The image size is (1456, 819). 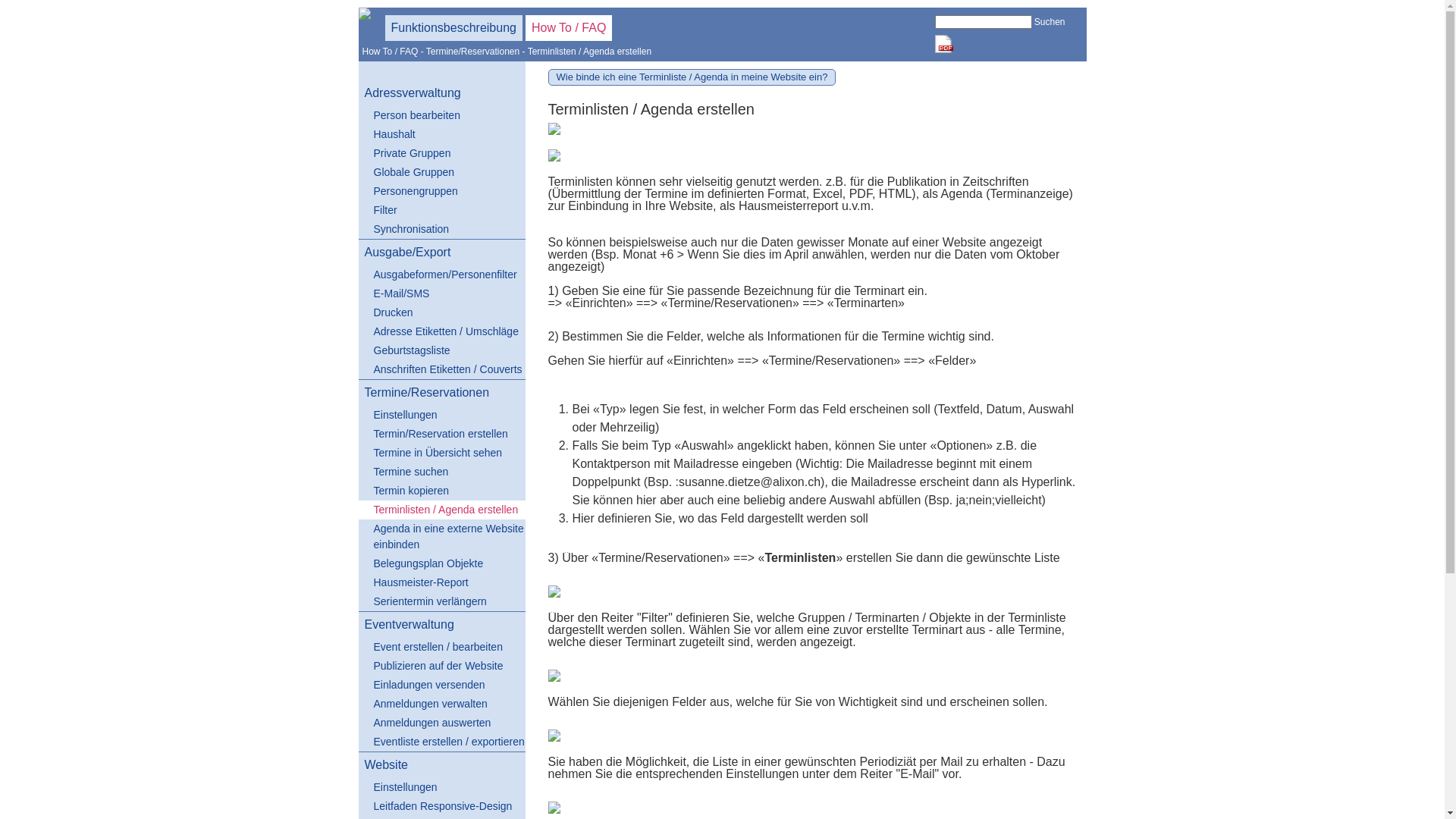 I want to click on 'Termin/Reservation erstellen', so click(x=440, y=434).